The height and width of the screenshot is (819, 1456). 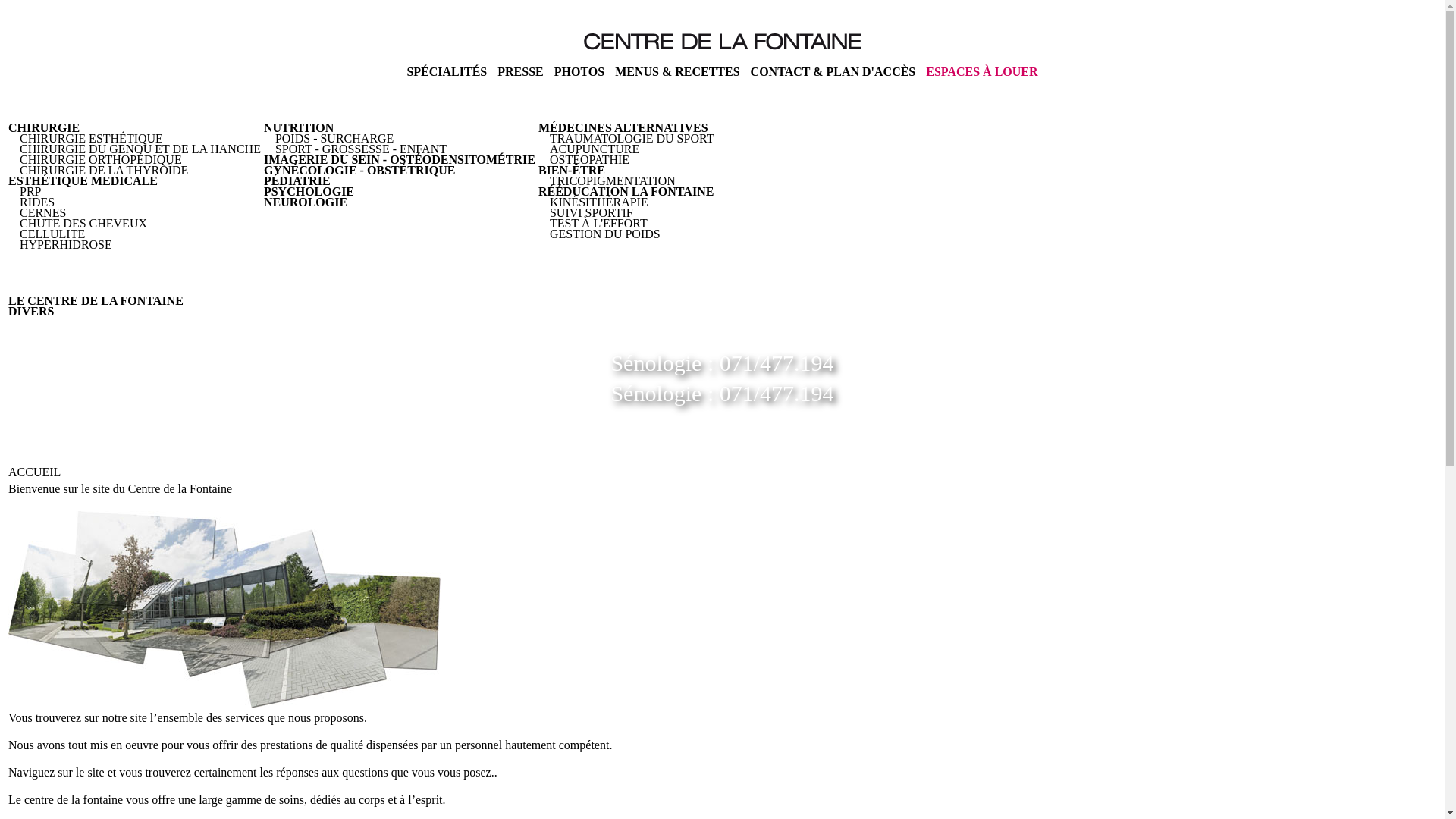 What do you see at coordinates (83, 223) in the screenshot?
I see `'CHUTE DES CHEVEUX'` at bounding box center [83, 223].